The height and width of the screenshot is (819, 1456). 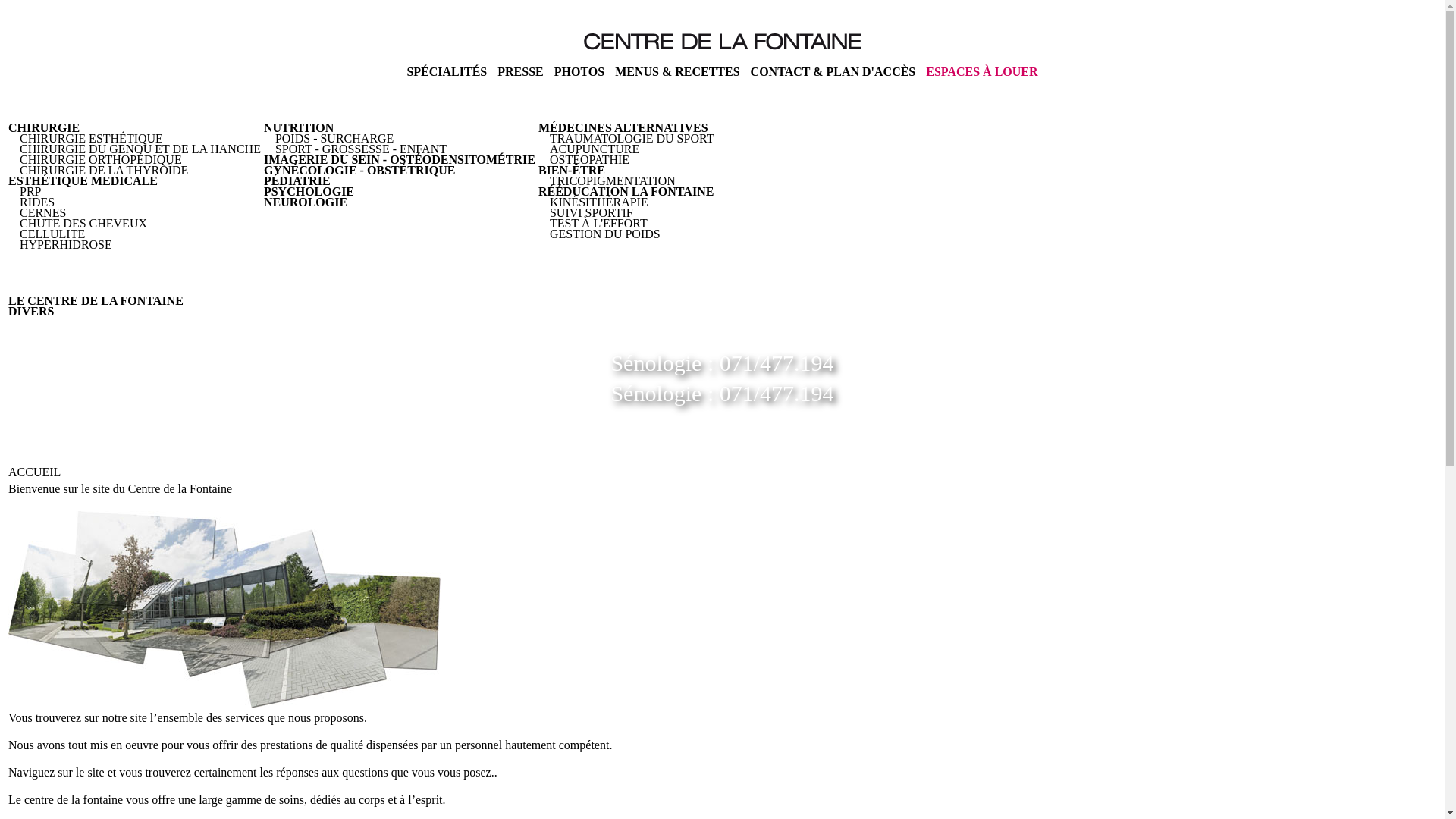 What do you see at coordinates (83, 223) in the screenshot?
I see `'CHUTE DES CHEVEUX'` at bounding box center [83, 223].